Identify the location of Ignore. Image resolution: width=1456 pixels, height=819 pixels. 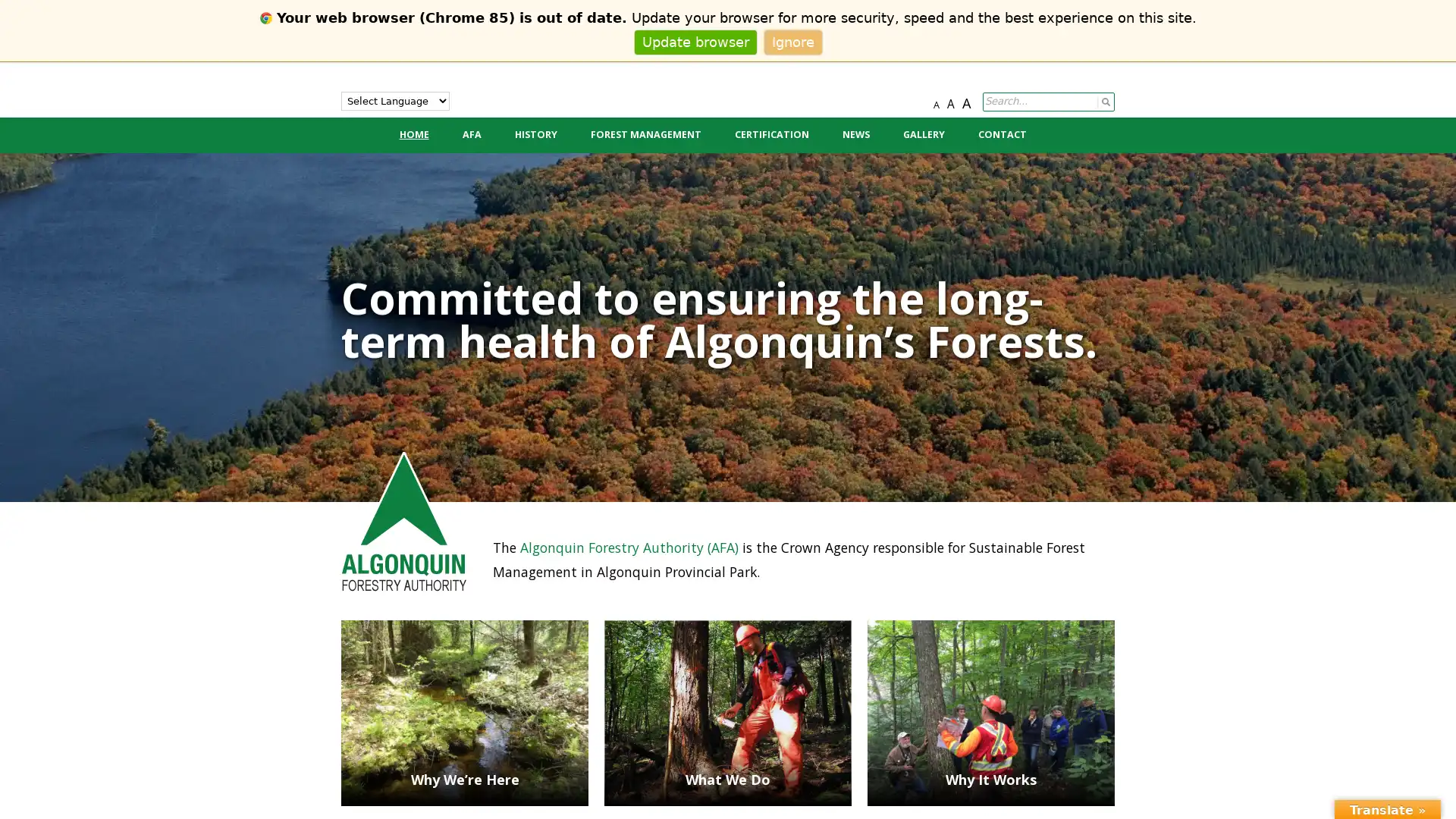
(792, 41).